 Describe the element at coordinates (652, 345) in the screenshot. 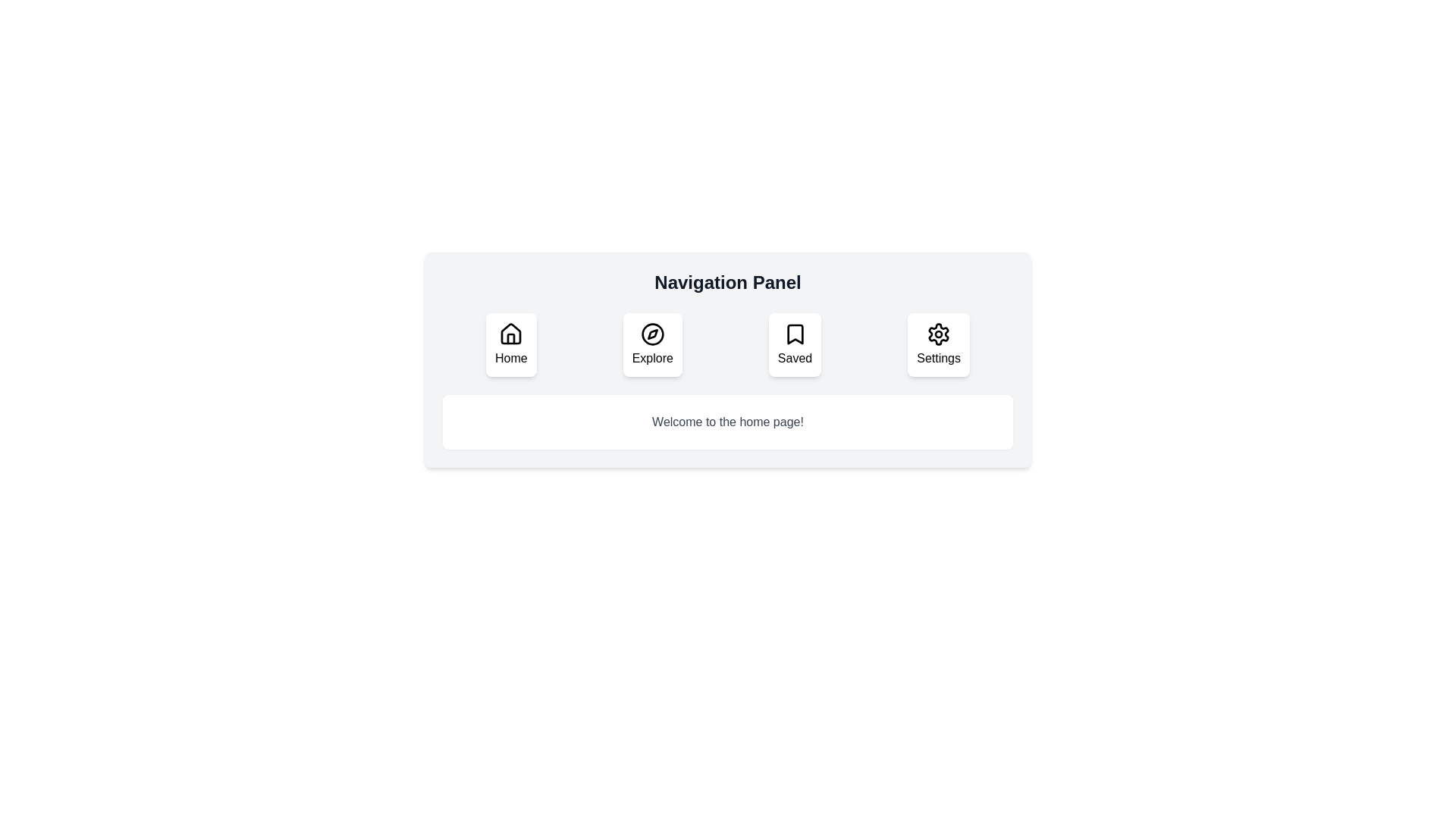

I see `the 'Explore' button located between the 'Home' and 'Saved' items in the navigation panel` at that location.